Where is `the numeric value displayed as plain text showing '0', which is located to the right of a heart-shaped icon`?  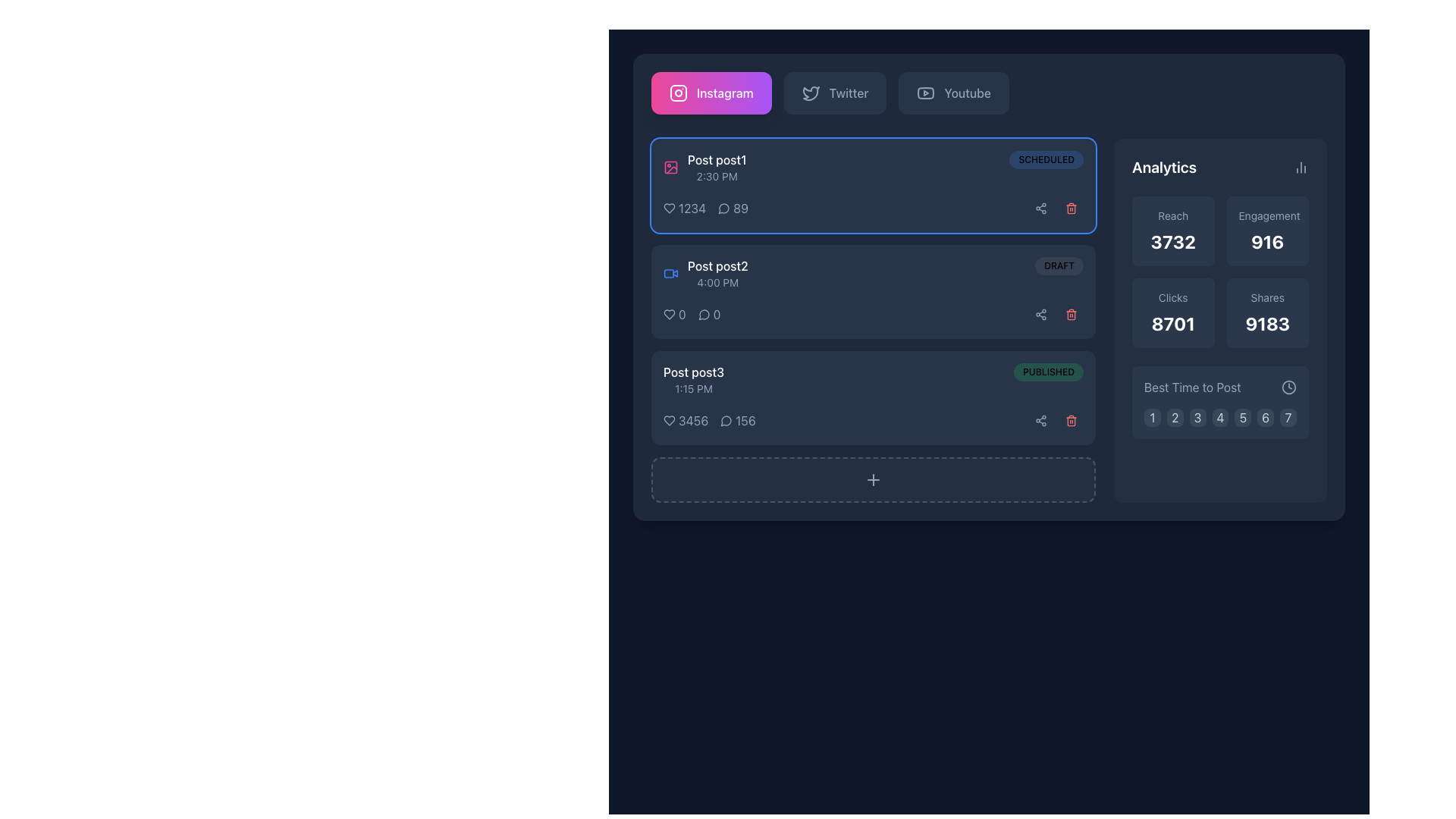 the numeric value displayed as plain text showing '0', which is located to the right of a heart-shaped icon is located at coordinates (681, 314).